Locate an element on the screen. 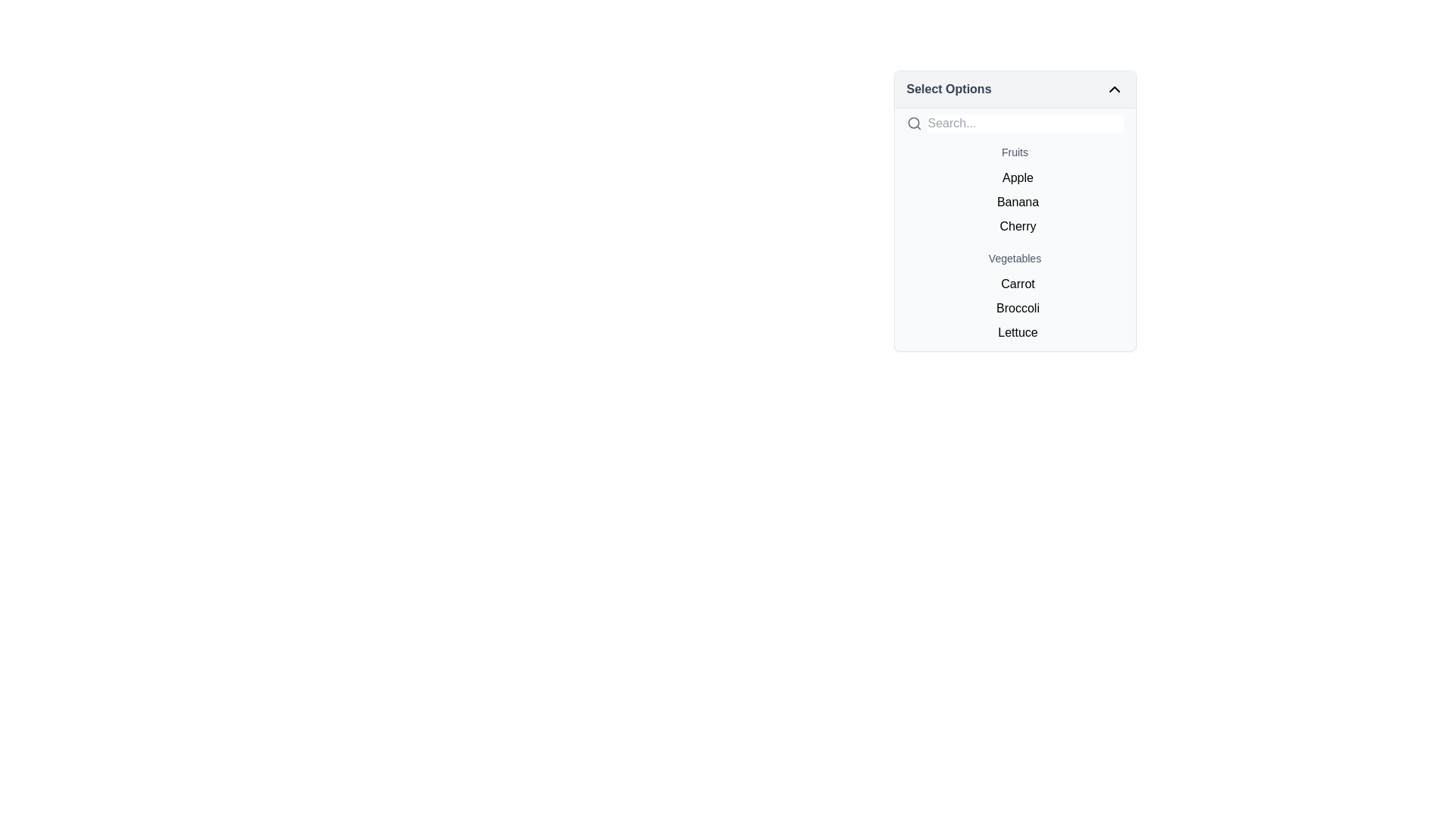 The image size is (1456, 819). the individual items in the 'Vegetables' list located in the dropdown menu under the 'Select Options' heading is located at coordinates (1015, 298).